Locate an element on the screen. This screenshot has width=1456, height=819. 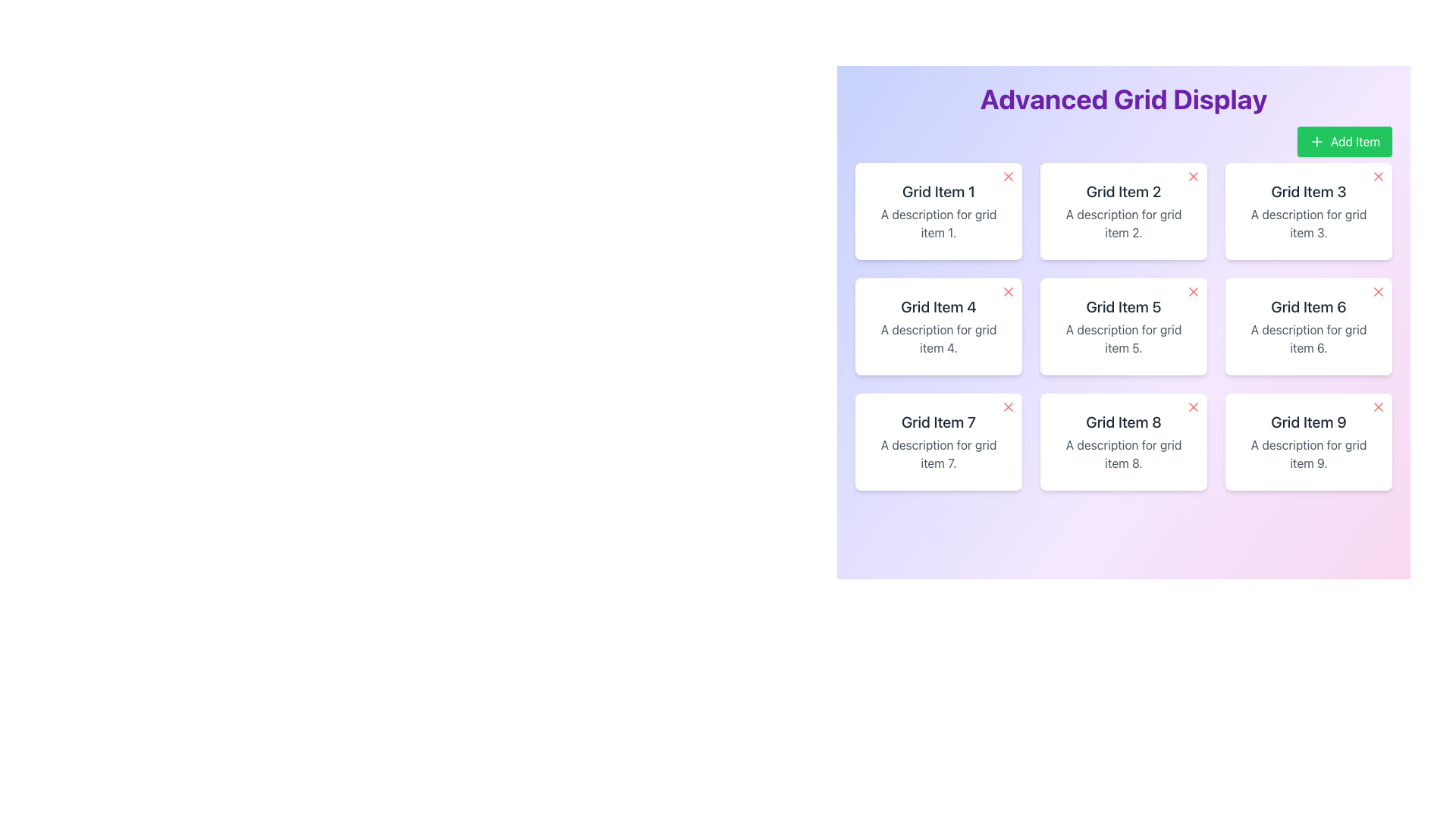
the Text label that provides supplementary information for the grid item titled 'Grid Item 3', located beneath its title within the panel is located at coordinates (1308, 223).